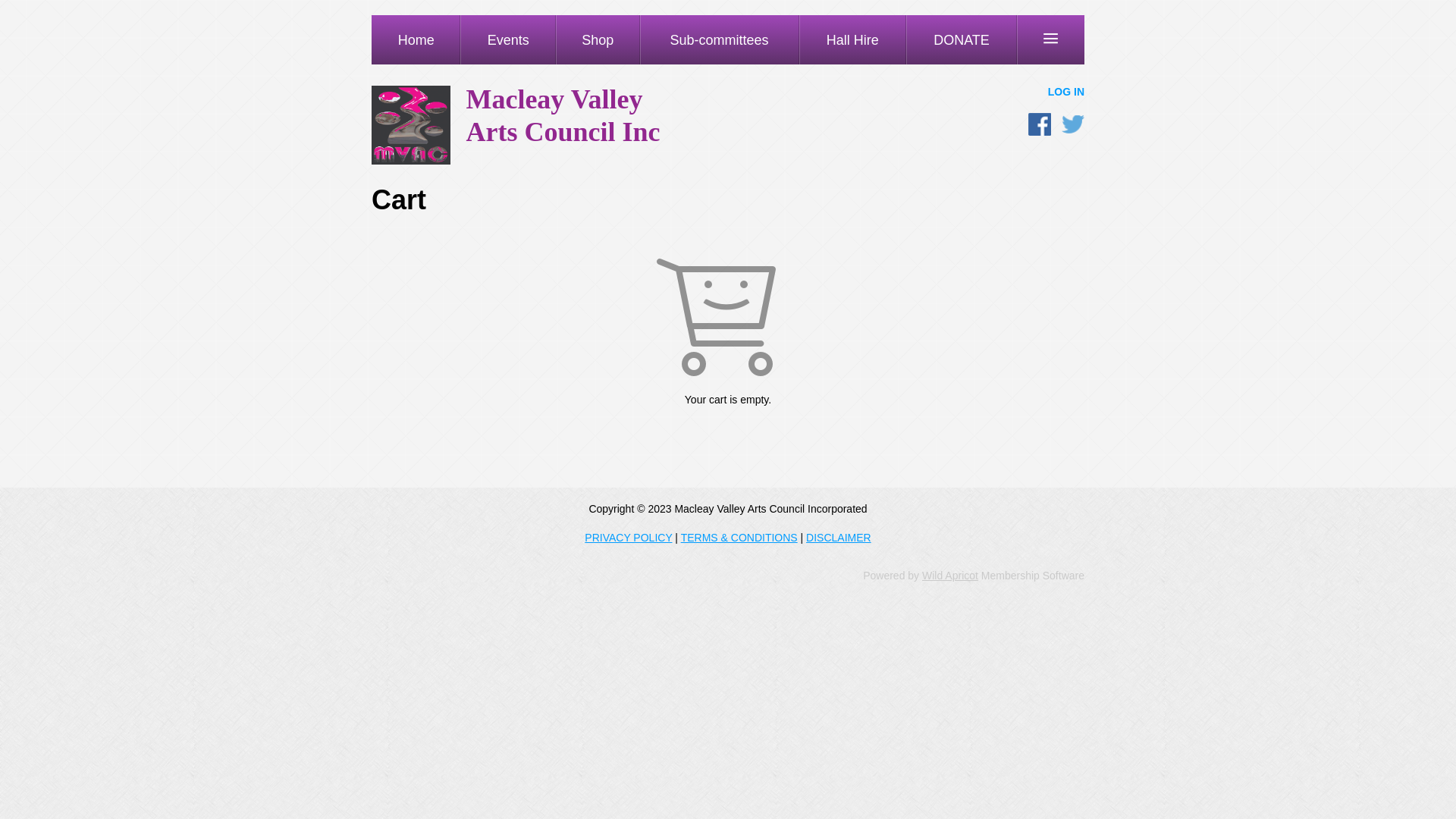 Image resolution: width=1456 pixels, height=819 pixels. Describe the element at coordinates (597, 39) in the screenshot. I see `'Shop'` at that location.